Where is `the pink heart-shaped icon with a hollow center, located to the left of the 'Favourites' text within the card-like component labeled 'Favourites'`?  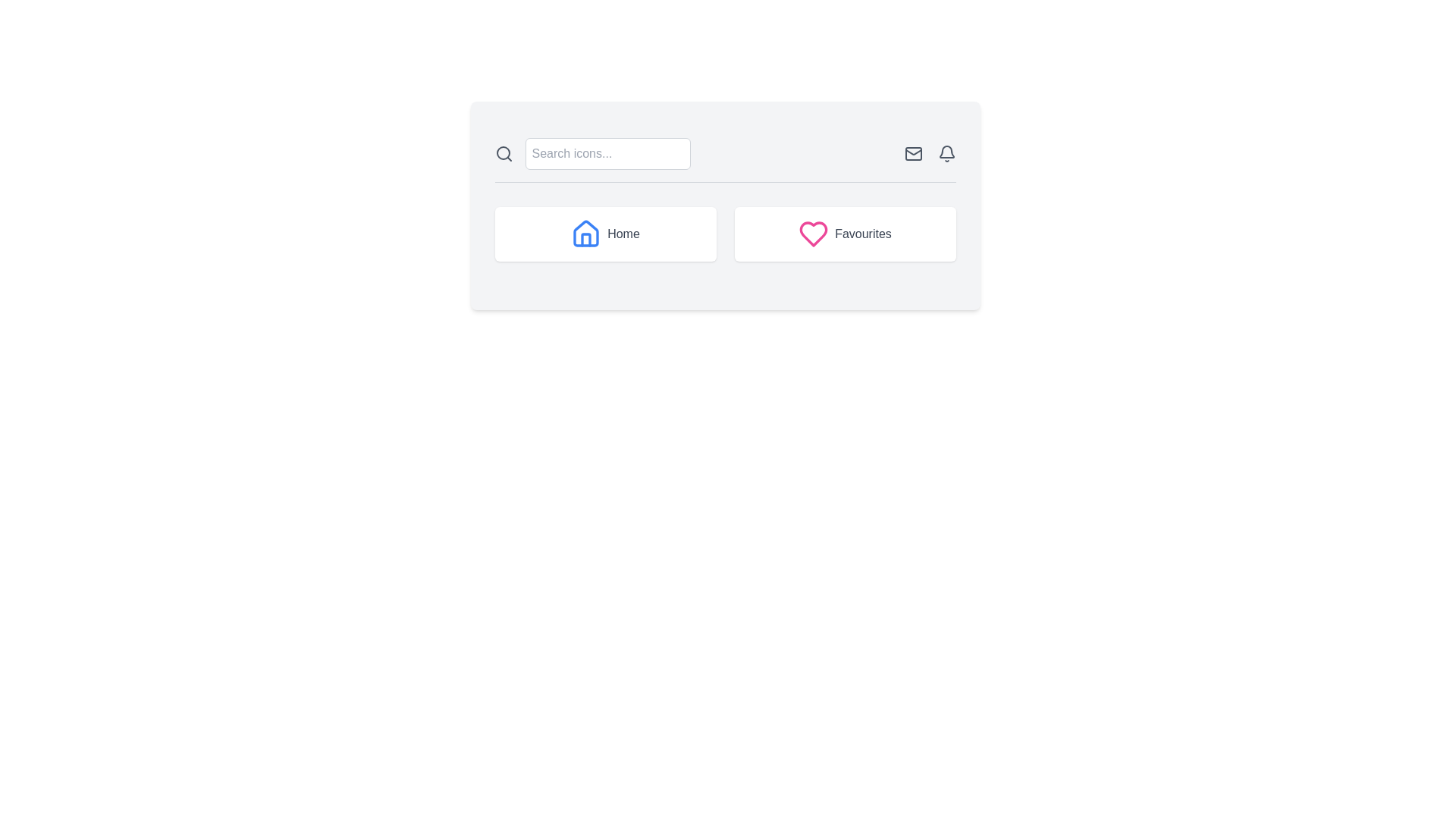 the pink heart-shaped icon with a hollow center, located to the left of the 'Favourites' text within the card-like component labeled 'Favourites' is located at coordinates (813, 234).